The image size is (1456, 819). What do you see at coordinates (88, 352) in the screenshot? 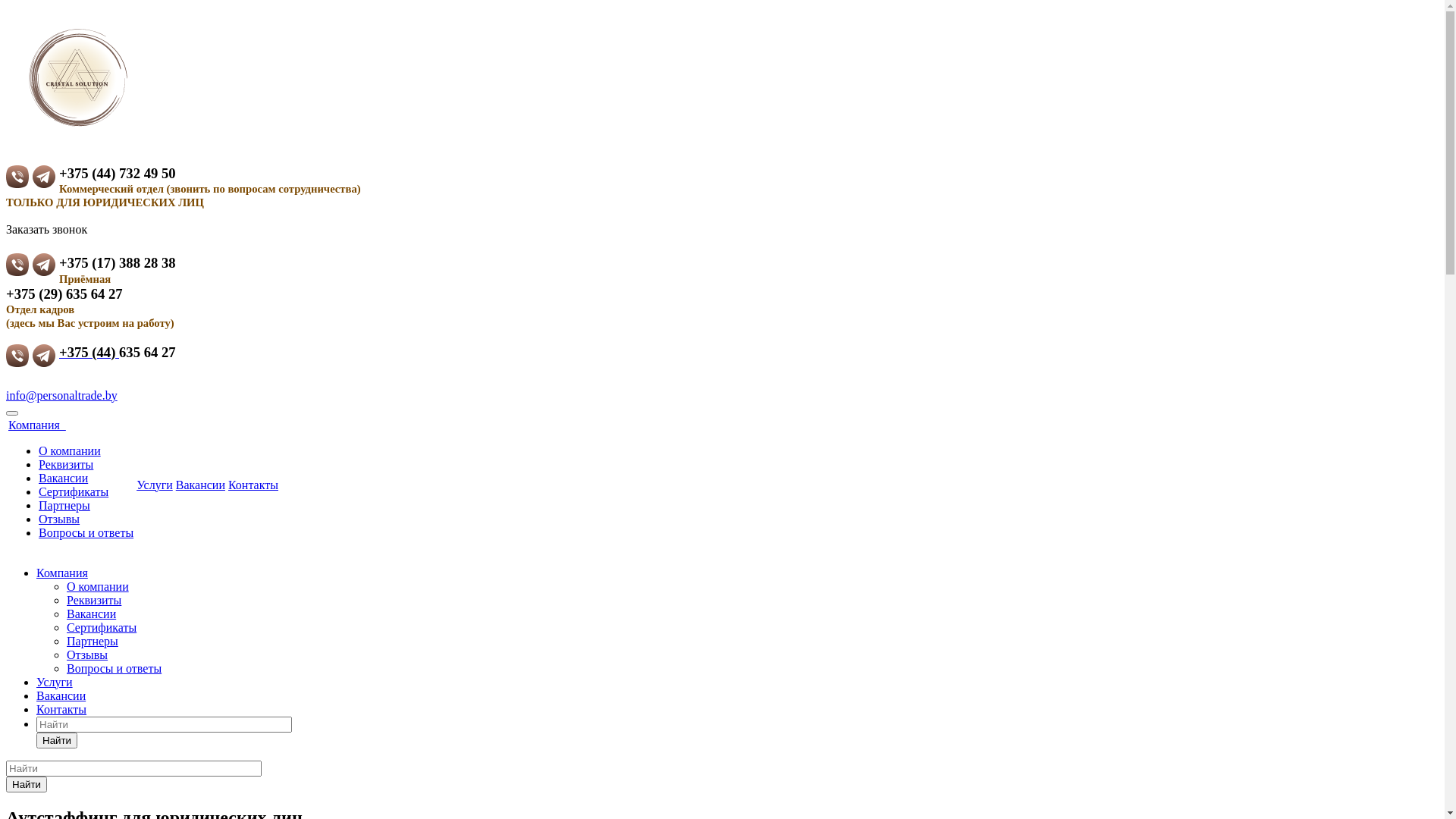
I see `'+375 (44) '` at bounding box center [88, 352].